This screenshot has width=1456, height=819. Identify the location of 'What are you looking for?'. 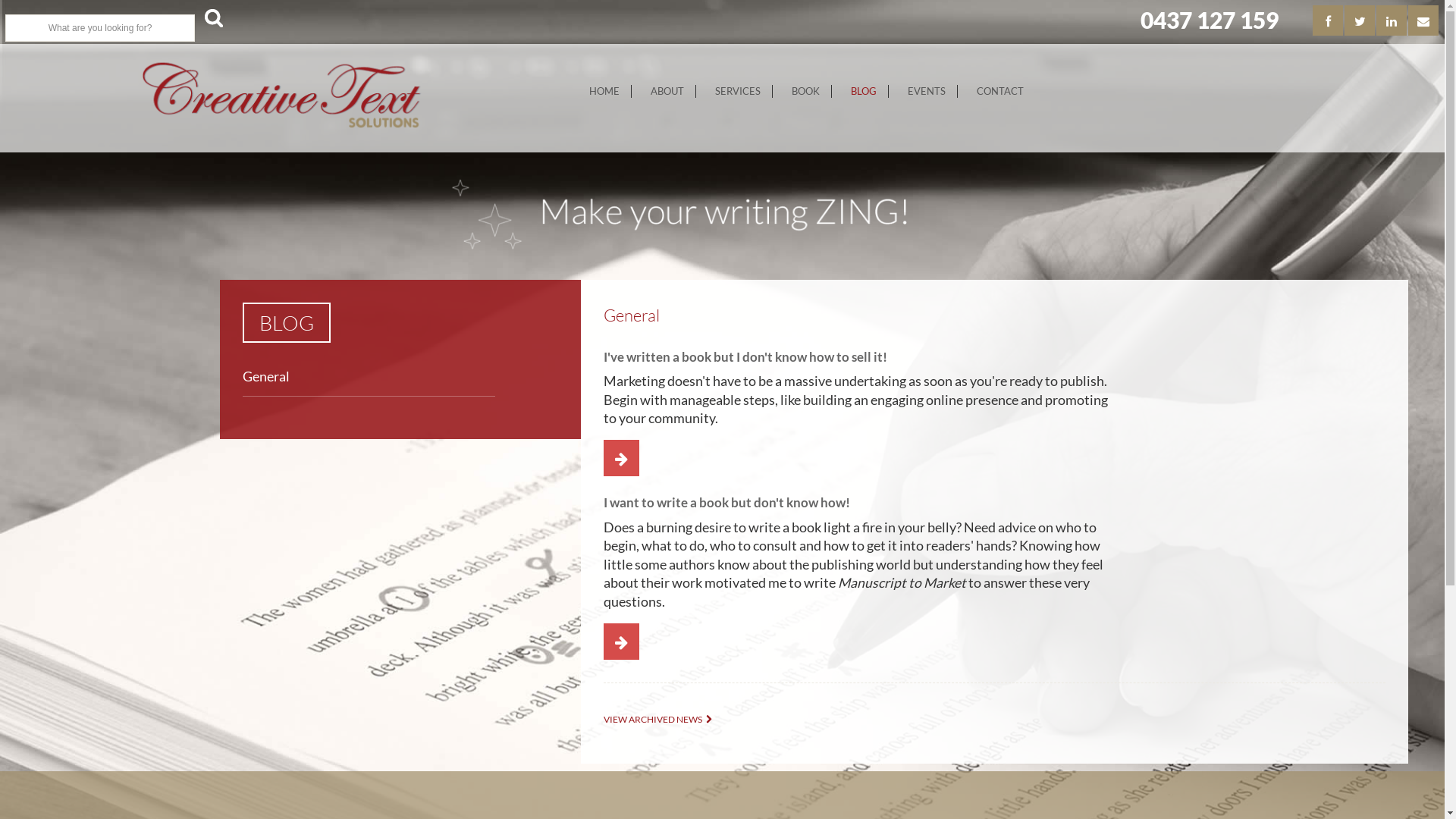
(99, 28).